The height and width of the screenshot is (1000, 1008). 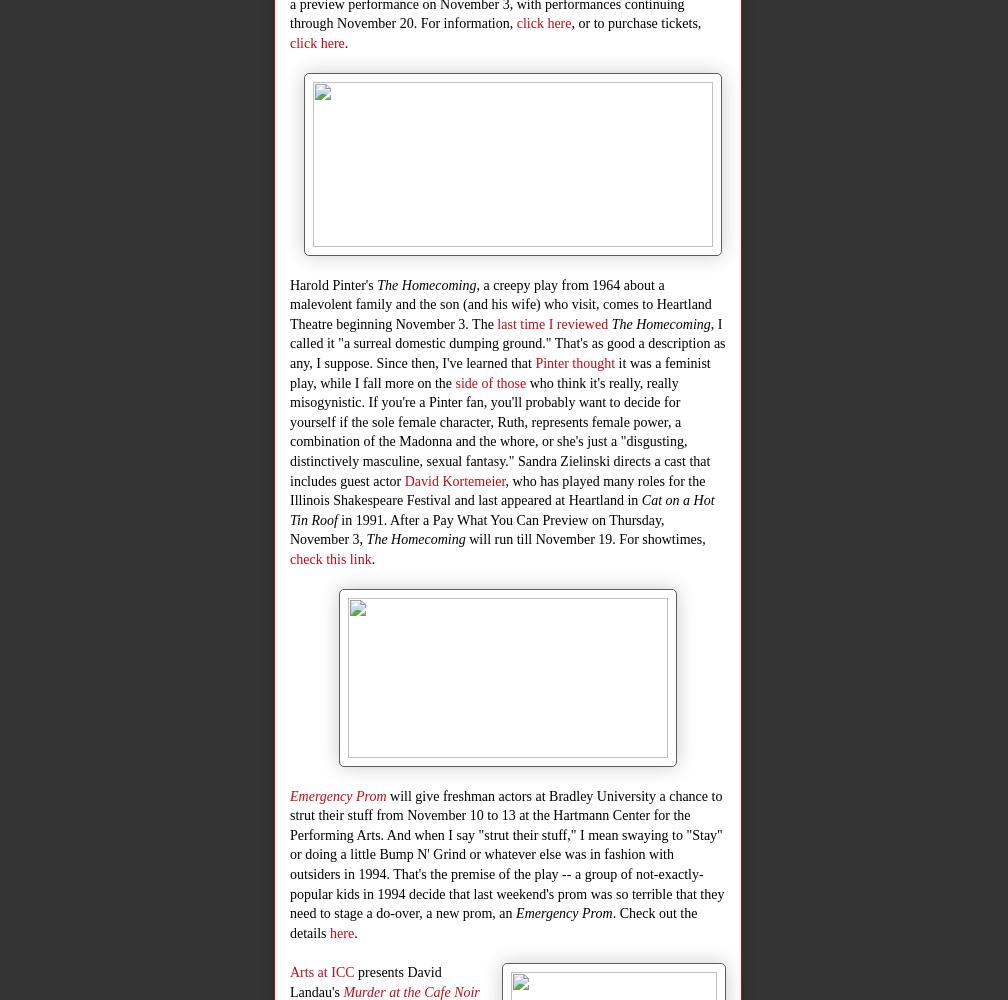 What do you see at coordinates (501, 510) in the screenshot?
I see `'Cat on a Hot Tin Roof'` at bounding box center [501, 510].